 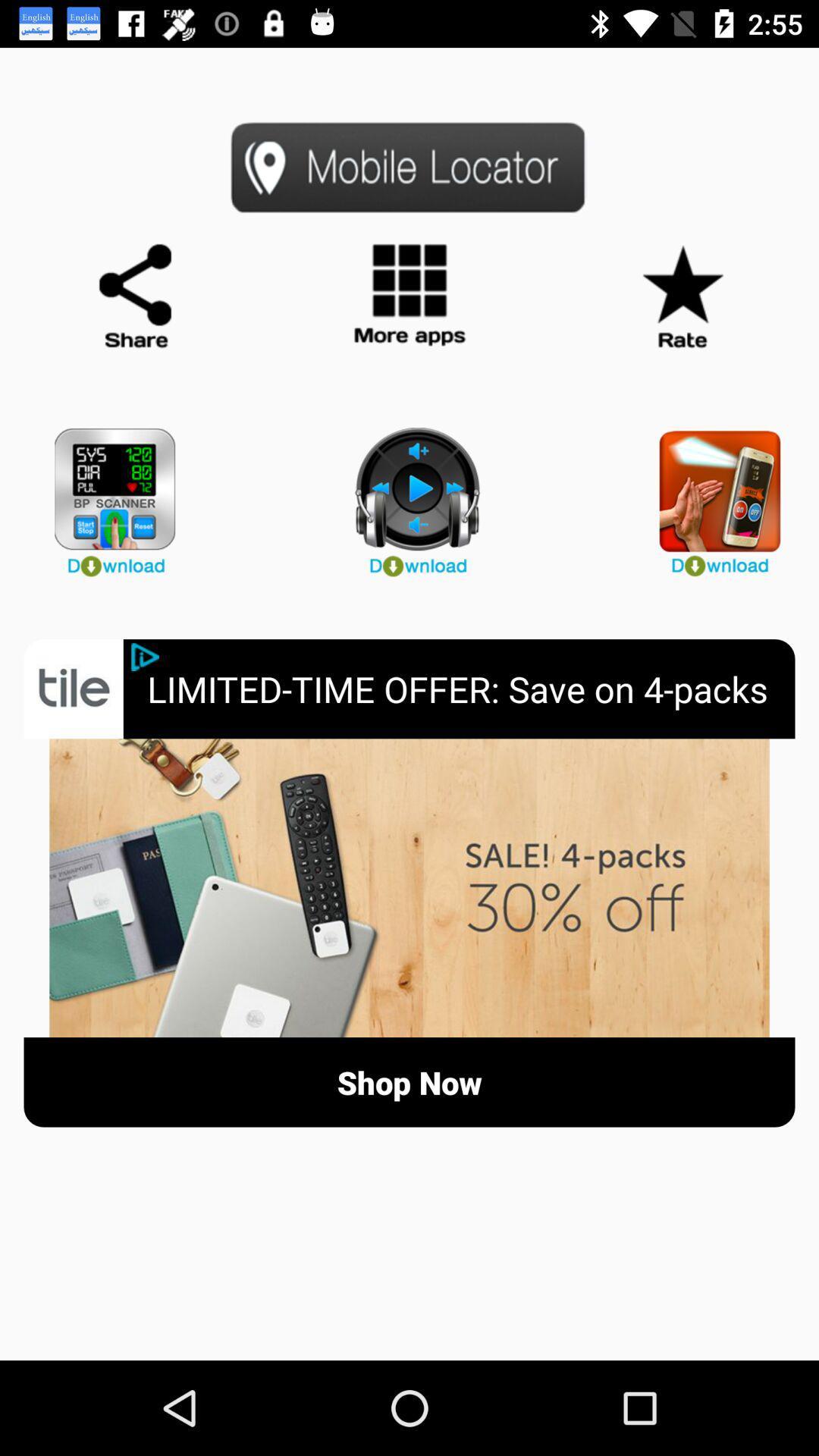 What do you see at coordinates (681, 297) in the screenshot?
I see `rate` at bounding box center [681, 297].